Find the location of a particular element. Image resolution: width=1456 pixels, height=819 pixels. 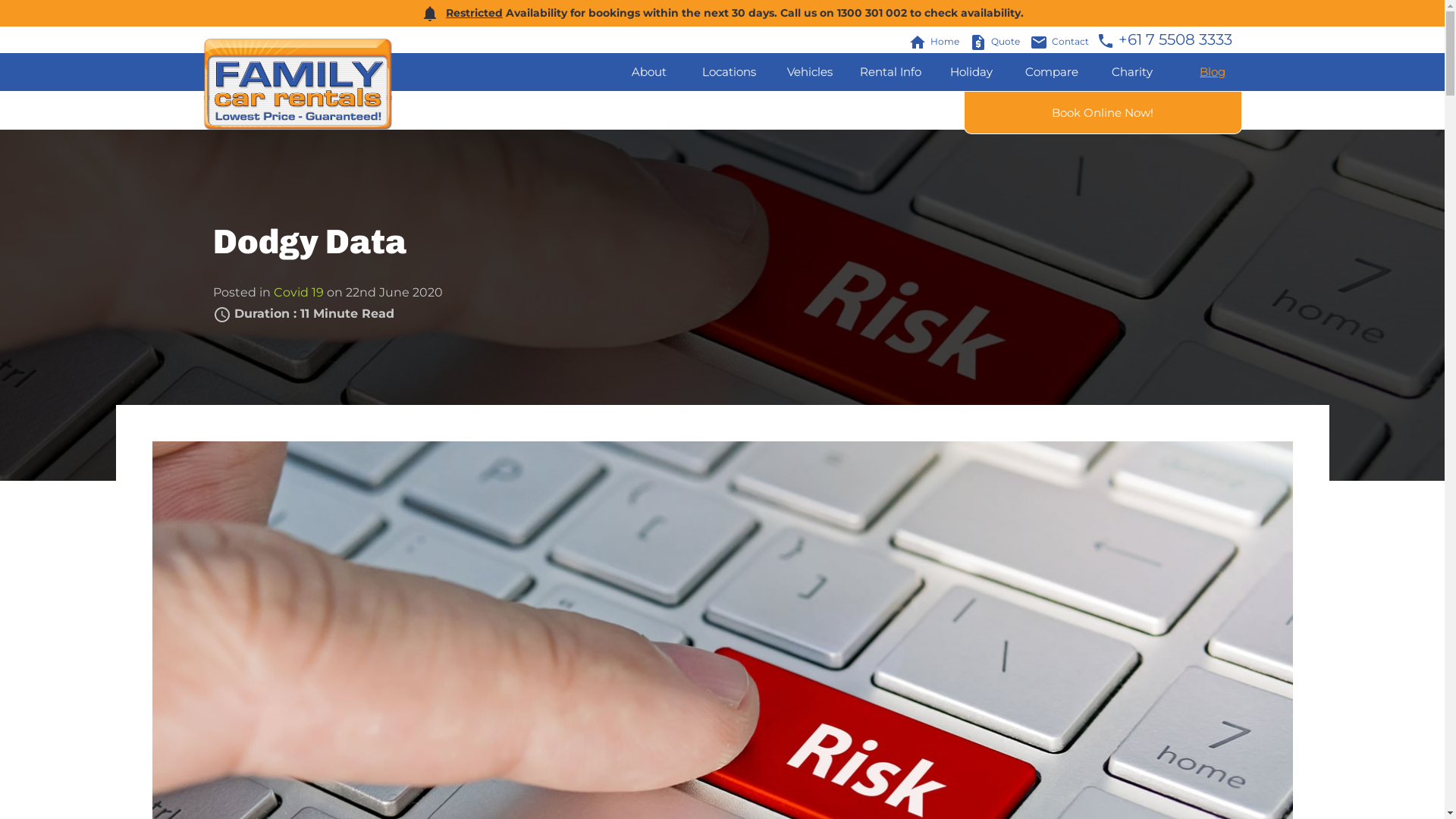

'emailContact' is located at coordinates (1062, 40).